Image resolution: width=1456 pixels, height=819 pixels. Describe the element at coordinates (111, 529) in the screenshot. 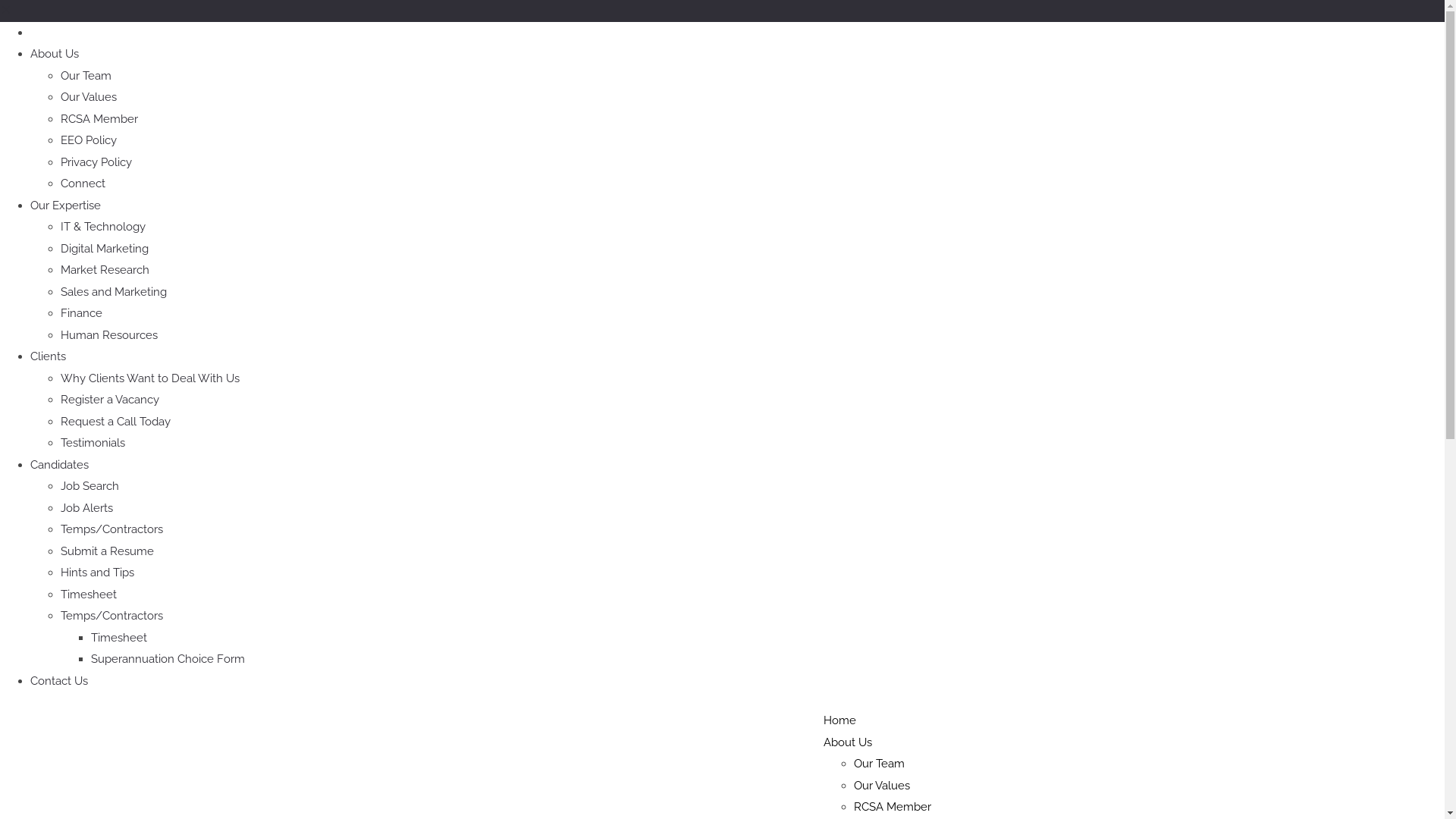

I see `'Temps/Contractors'` at that location.